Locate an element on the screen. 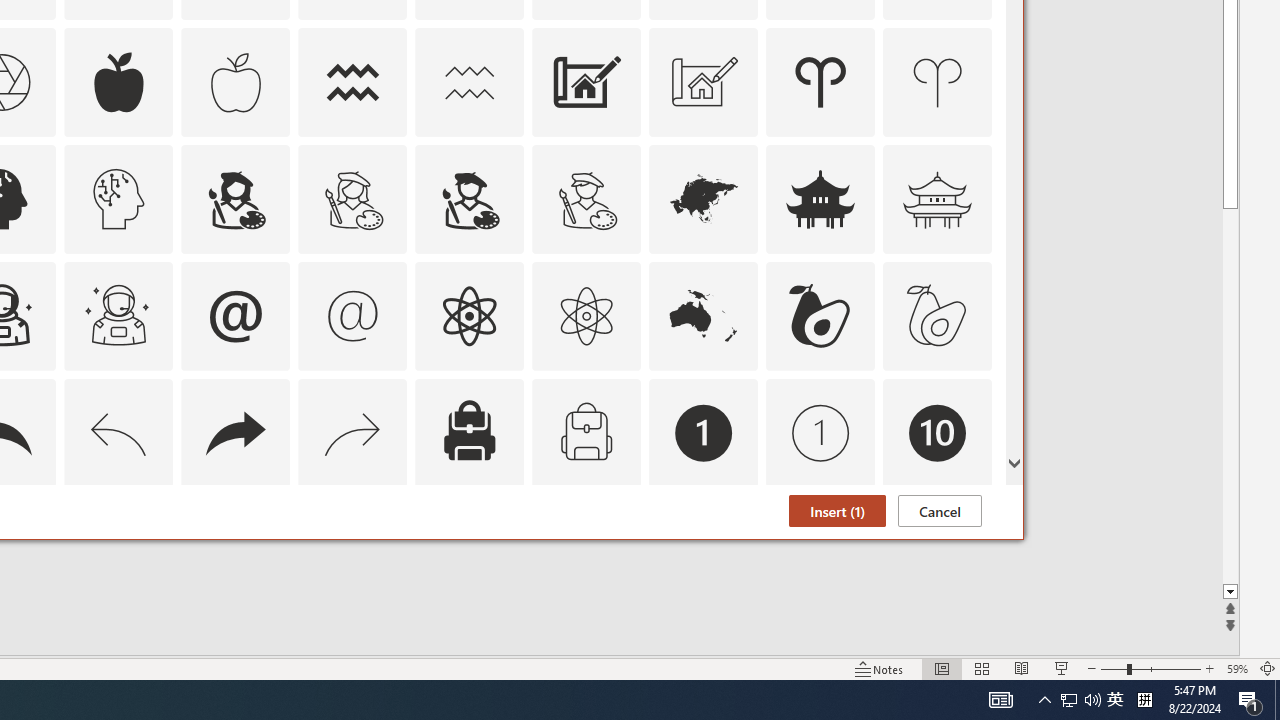 The width and height of the screenshot is (1280, 720). 'AutomationID: Icons_Aries_M' is located at coordinates (937, 81).